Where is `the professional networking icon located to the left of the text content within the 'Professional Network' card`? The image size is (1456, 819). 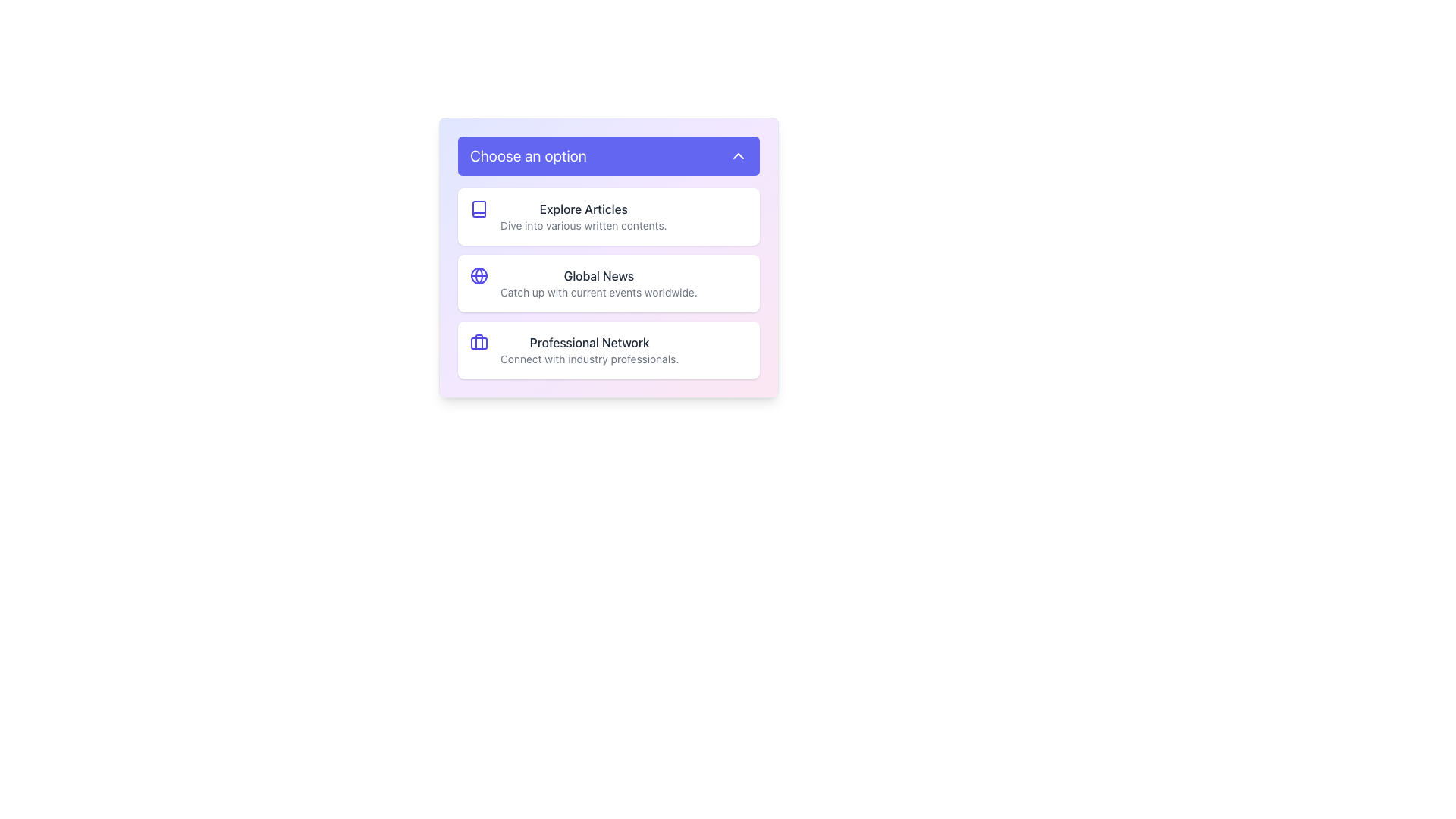 the professional networking icon located to the left of the text content within the 'Professional Network' card is located at coordinates (479, 342).